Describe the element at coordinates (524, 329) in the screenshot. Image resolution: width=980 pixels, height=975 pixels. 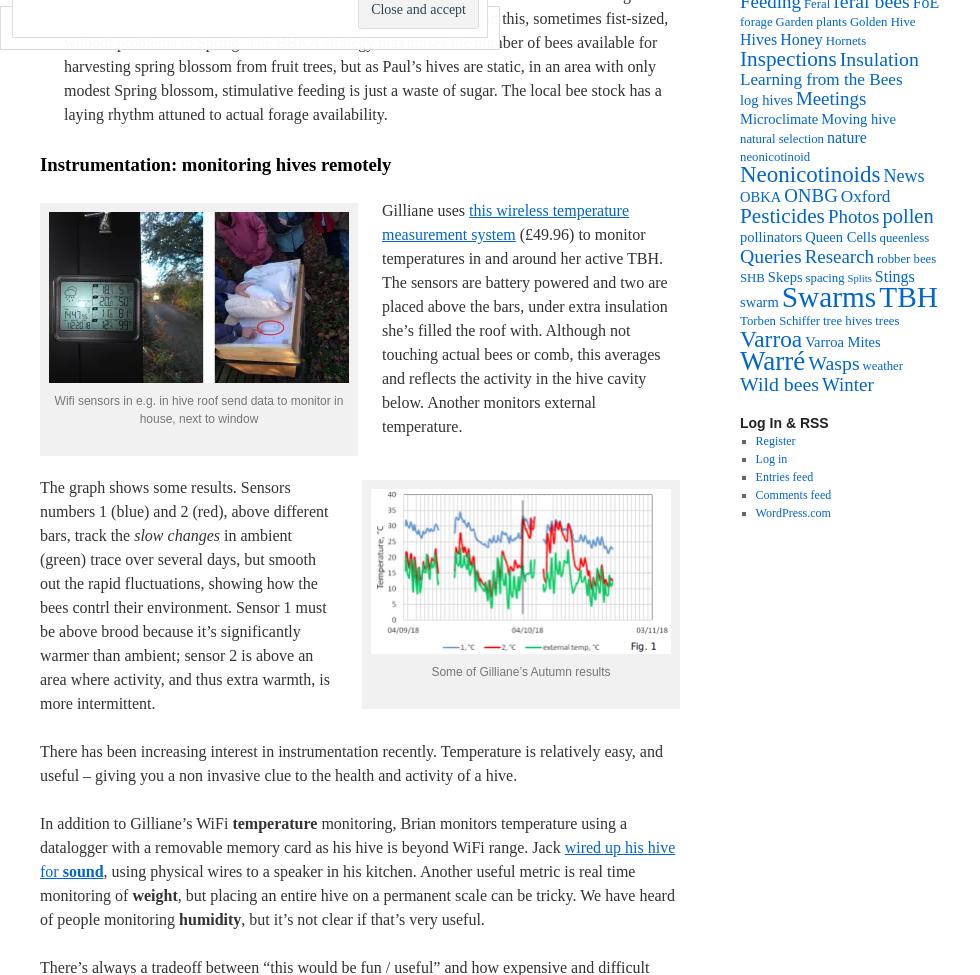
I see `'(£49.96) to monitor temperatures in and around her active TBH. The sensors are battery powered and two are placed above the bars, under extra insulation she’s filled the roof with. Although not touching actual bees or comb, this averages and reflects the activity in the hive cavity below. Another monitors external temperature.'` at that location.